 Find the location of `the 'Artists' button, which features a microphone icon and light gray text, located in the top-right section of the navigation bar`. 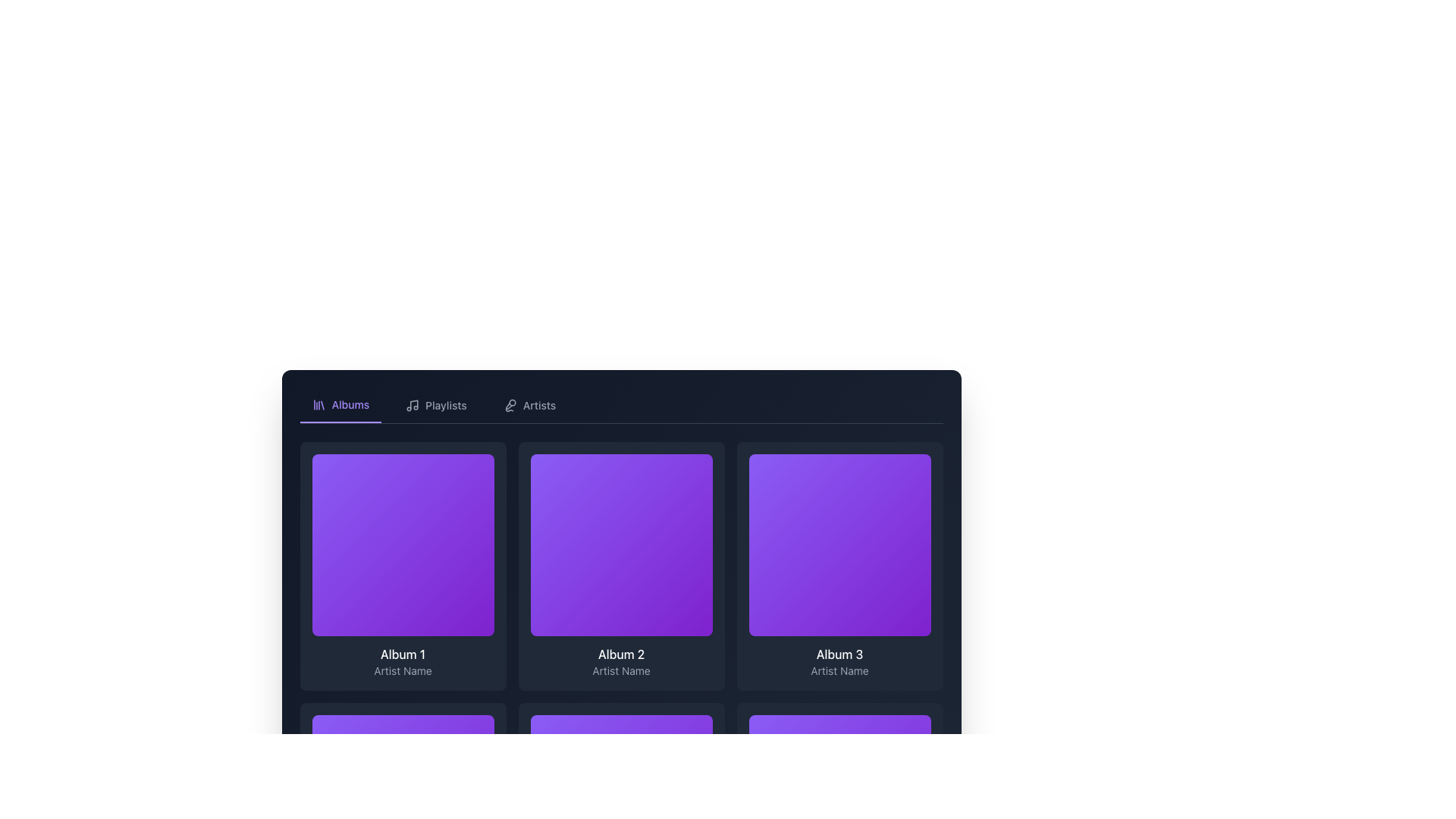

the 'Artists' button, which features a microphone icon and light gray text, located in the top-right section of the navigation bar is located at coordinates (529, 405).